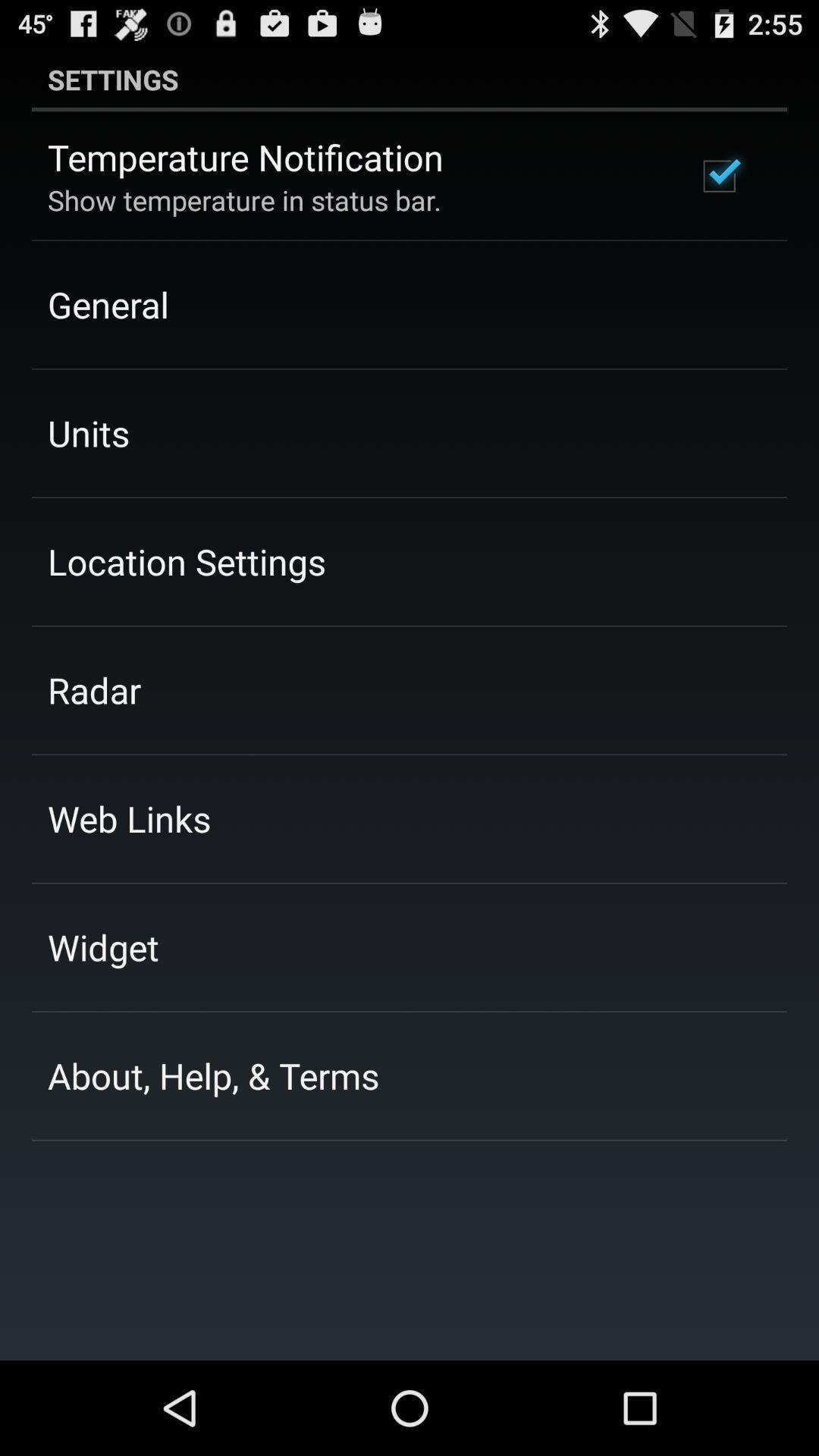 The height and width of the screenshot is (1456, 819). What do you see at coordinates (245, 157) in the screenshot?
I see `temperature notification icon` at bounding box center [245, 157].